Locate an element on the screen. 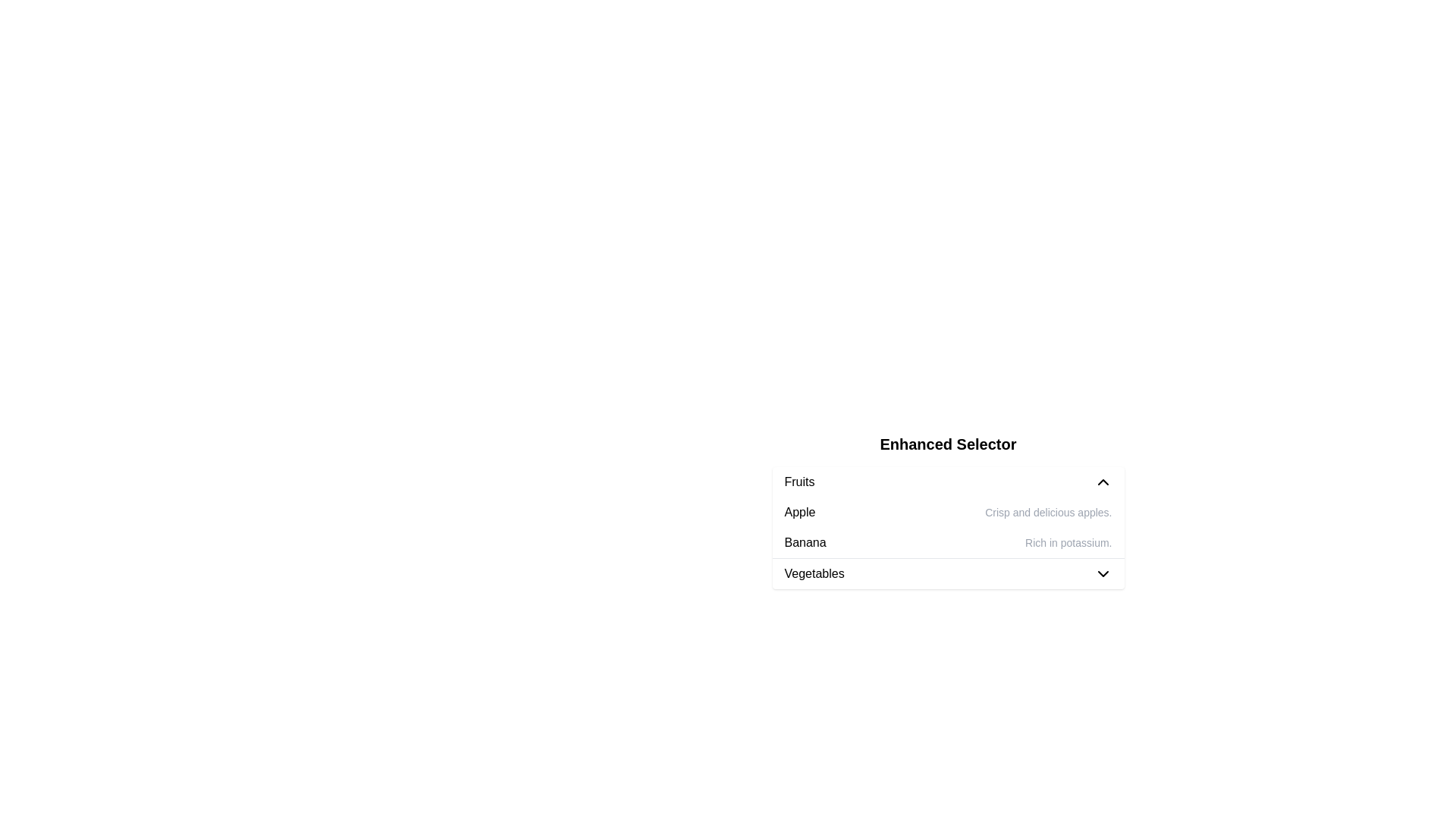 The height and width of the screenshot is (819, 1456). the MenuListItem that describes 'Banana' is located at coordinates (947, 542).